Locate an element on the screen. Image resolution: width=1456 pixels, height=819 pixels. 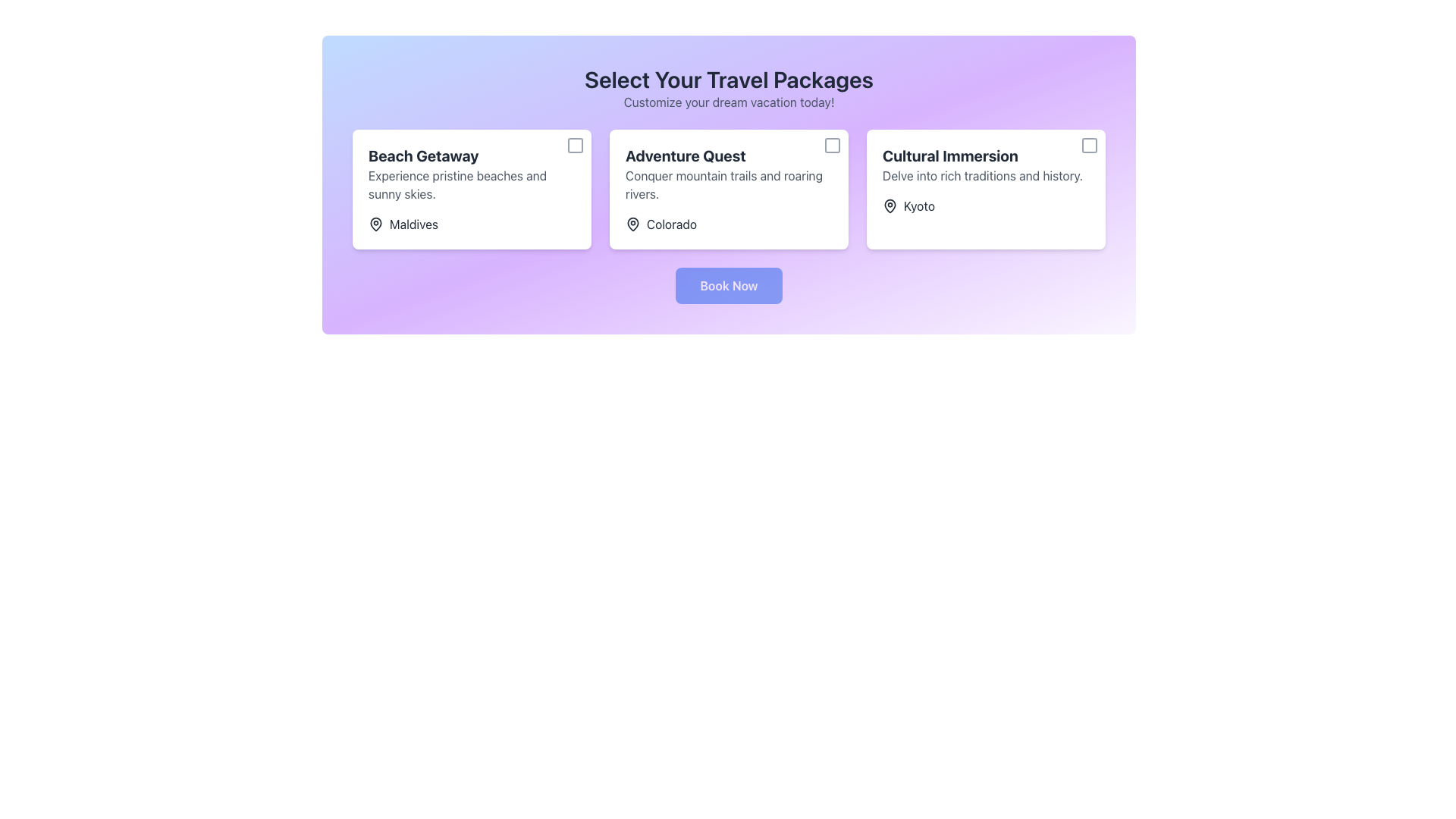
the location marker icon located at the bottom-left corner of the leftmost card, next to the text 'Maldives' is located at coordinates (375, 223).